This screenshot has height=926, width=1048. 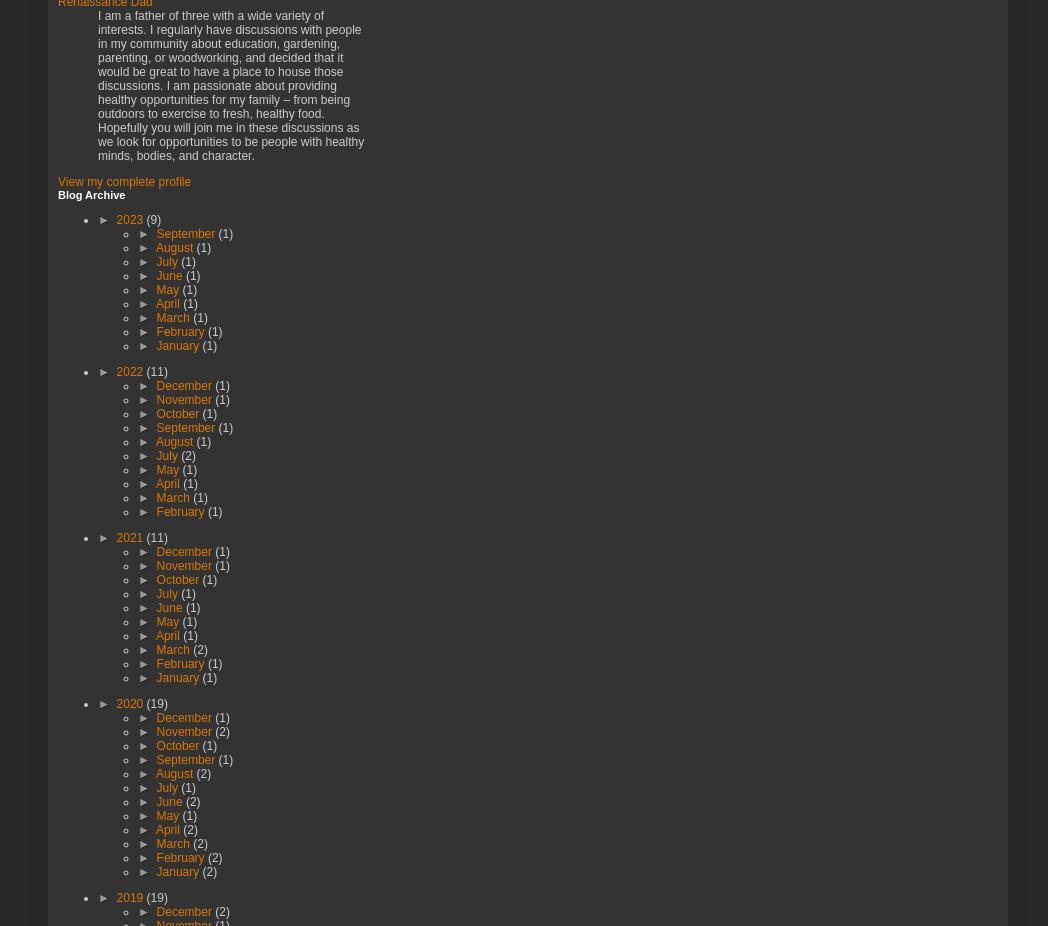 What do you see at coordinates (130, 704) in the screenshot?
I see `'2020'` at bounding box center [130, 704].